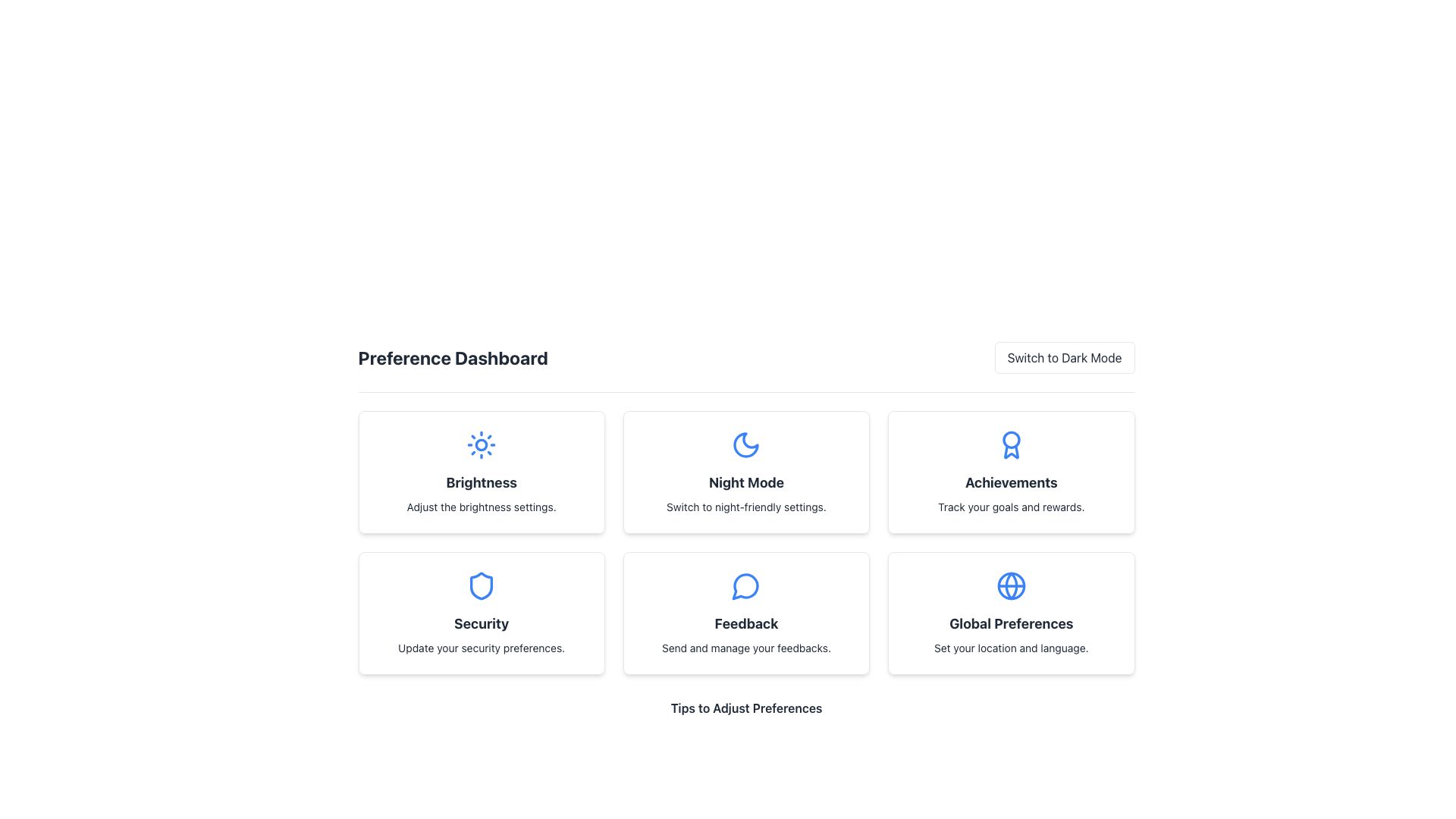 This screenshot has width=1456, height=819. Describe the element at coordinates (1011, 472) in the screenshot. I see `the 'Achievements' card in the grid of options` at that location.